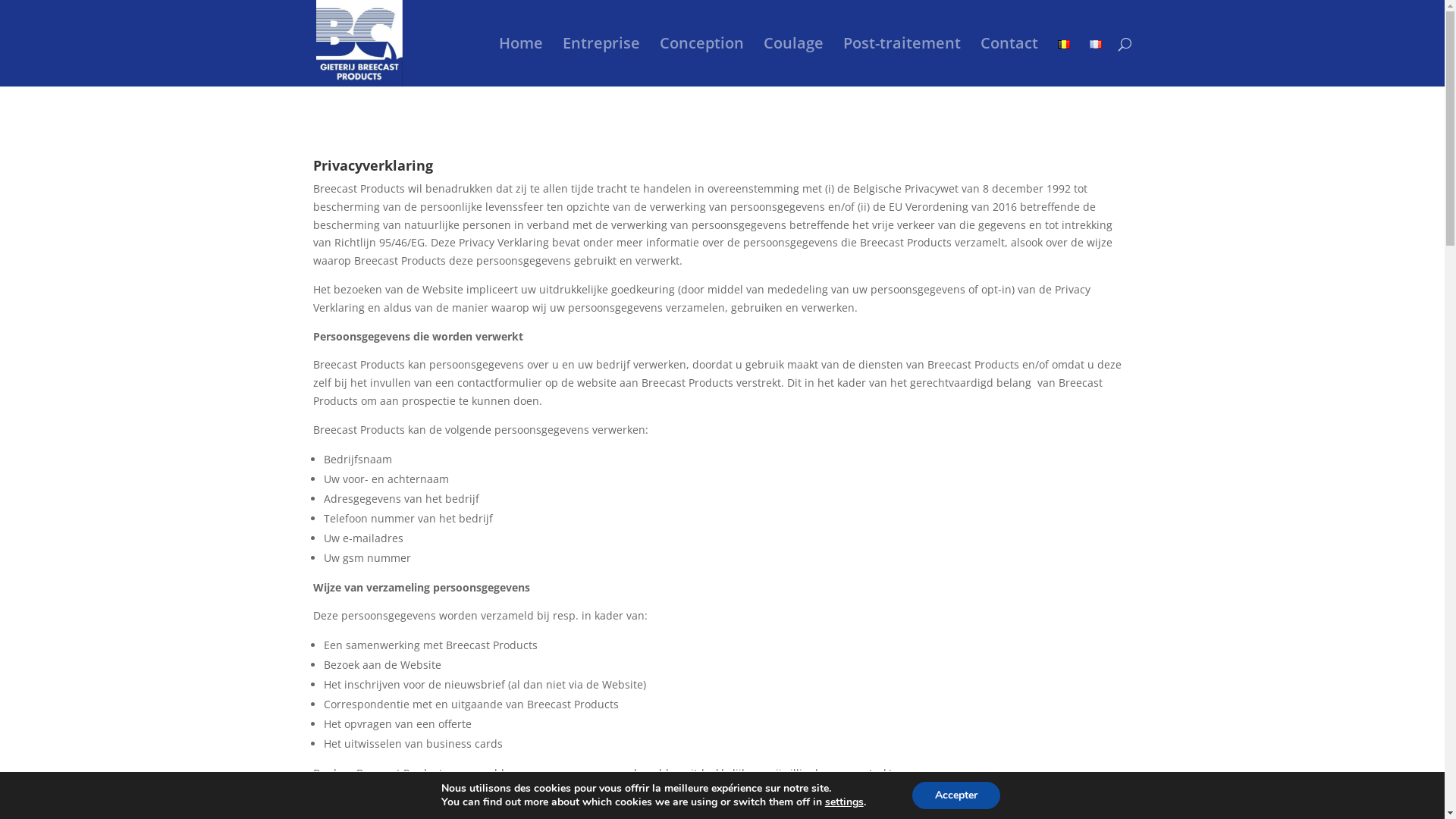  I want to click on 'Entreprise', so click(600, 61).